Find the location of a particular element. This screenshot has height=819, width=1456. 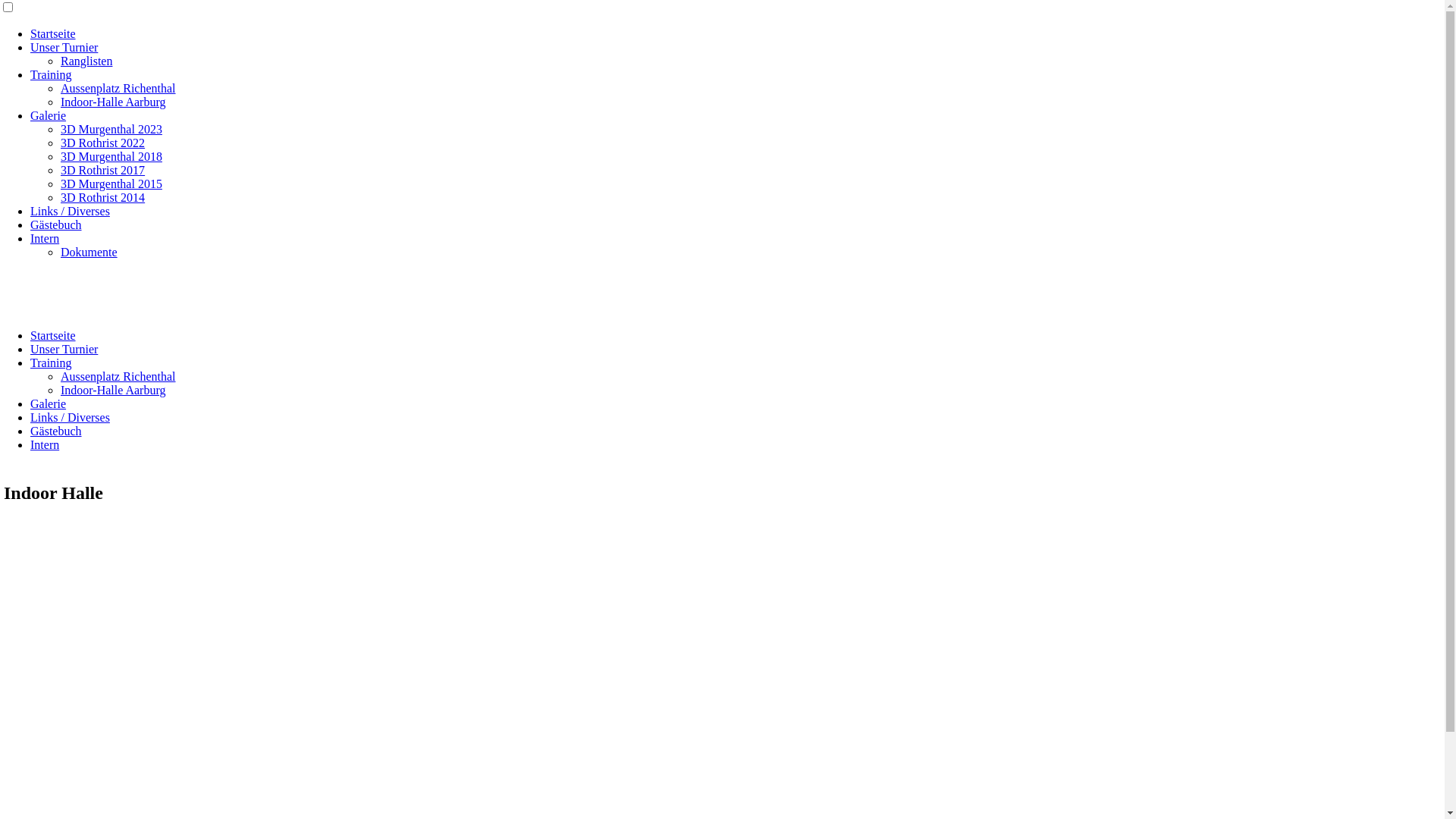

'3D Murgenthal 2015' is located at coordinates (111, 183).